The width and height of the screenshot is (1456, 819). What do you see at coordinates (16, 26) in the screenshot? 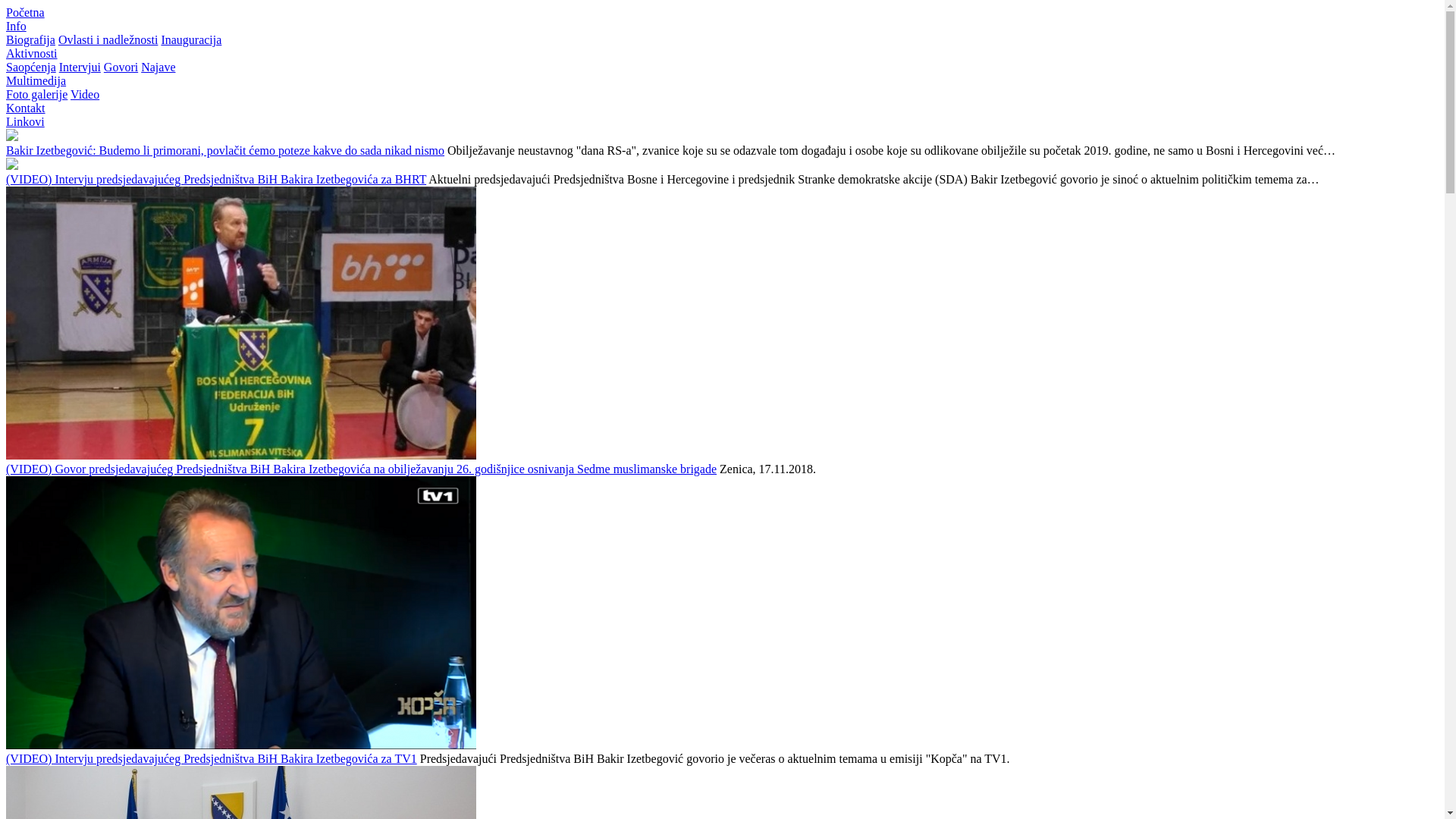
I see `'Info'` at bounding box center [16, 26].